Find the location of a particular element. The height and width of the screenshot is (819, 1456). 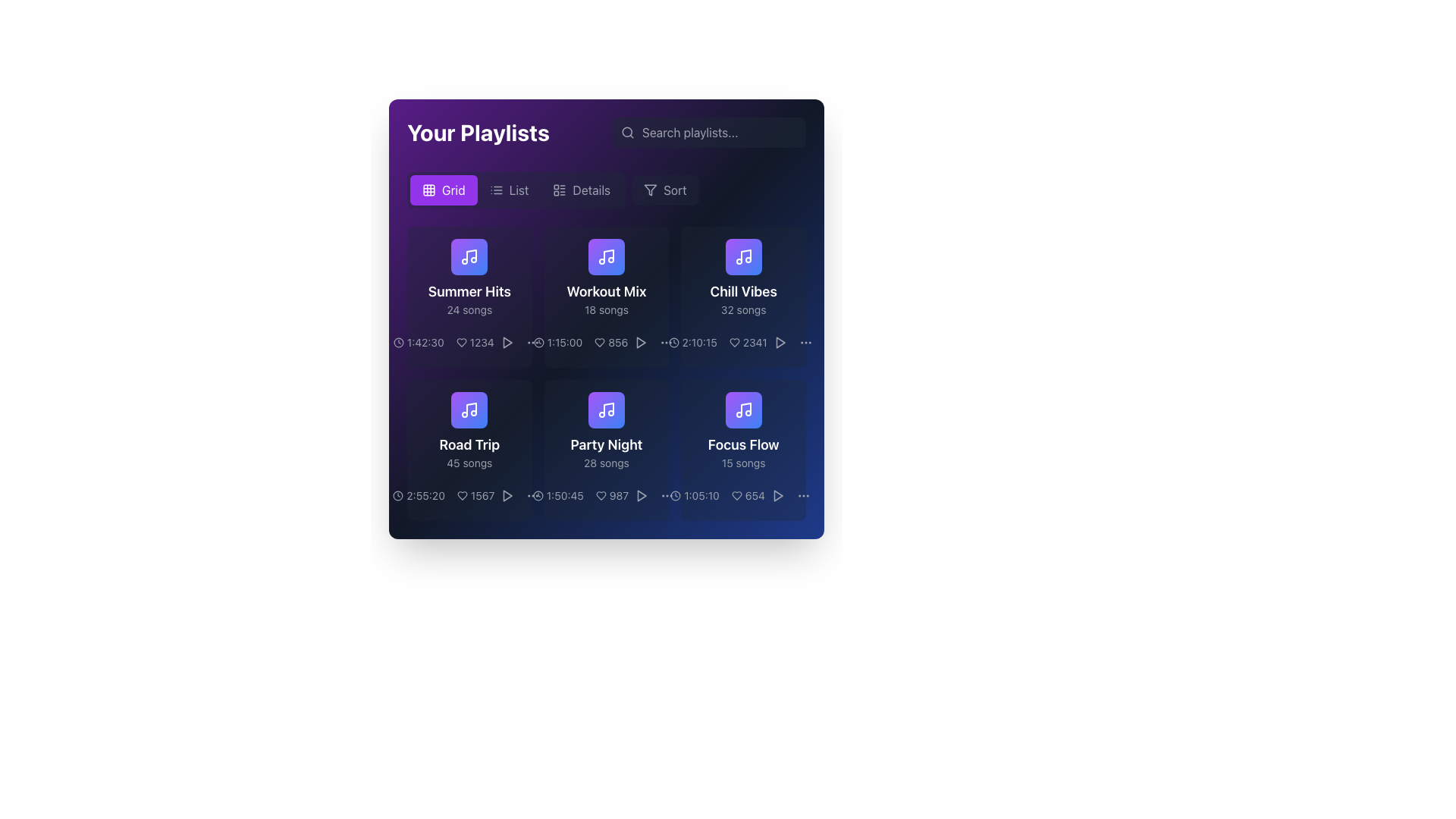

the button located in the second row, third column of the 3x2 grid layout, which is associated with the 'Party Night' playlist is located at coordinates (607, 409).